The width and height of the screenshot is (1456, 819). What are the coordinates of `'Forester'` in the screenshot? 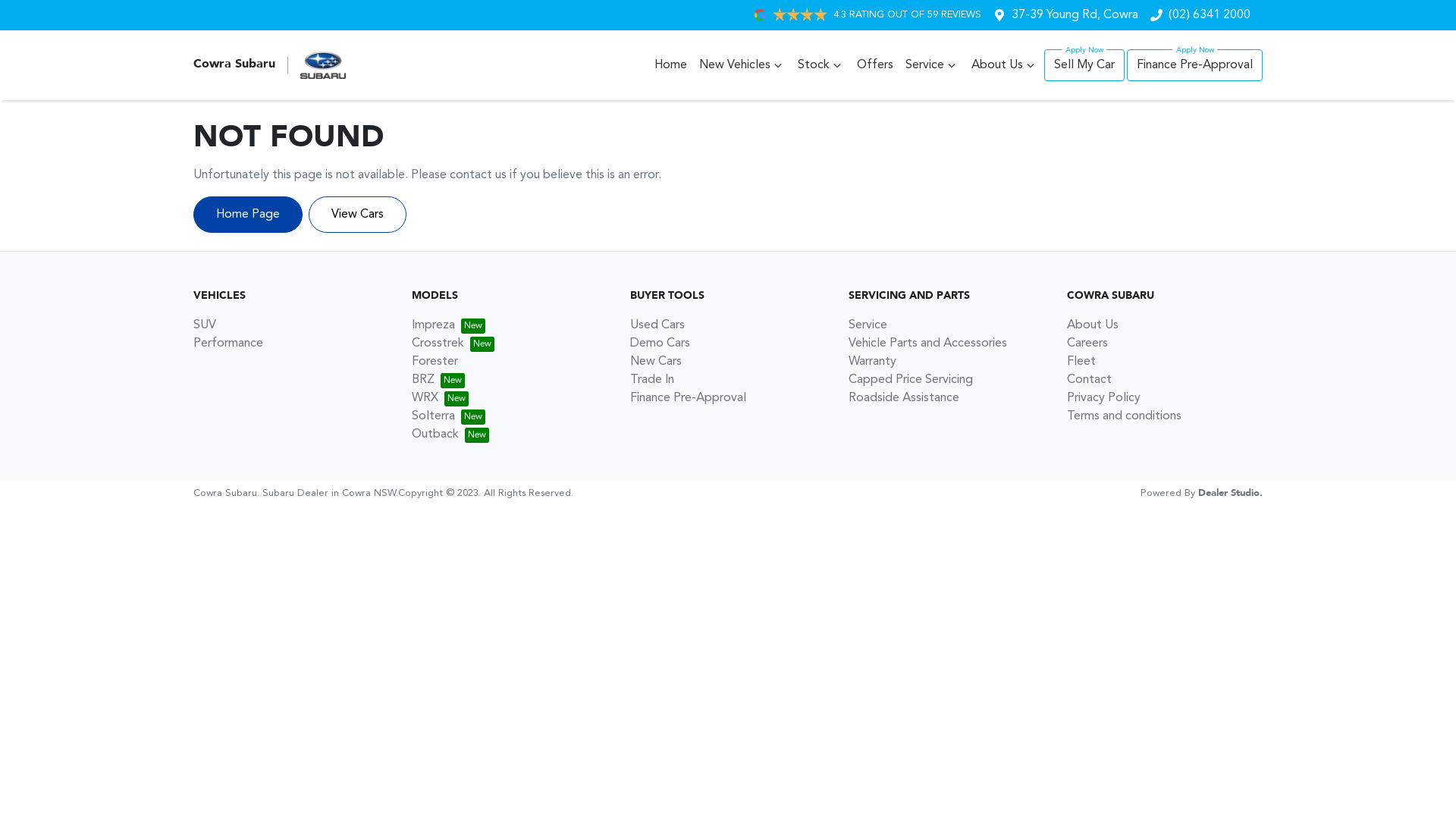 It's located at (434, 362).